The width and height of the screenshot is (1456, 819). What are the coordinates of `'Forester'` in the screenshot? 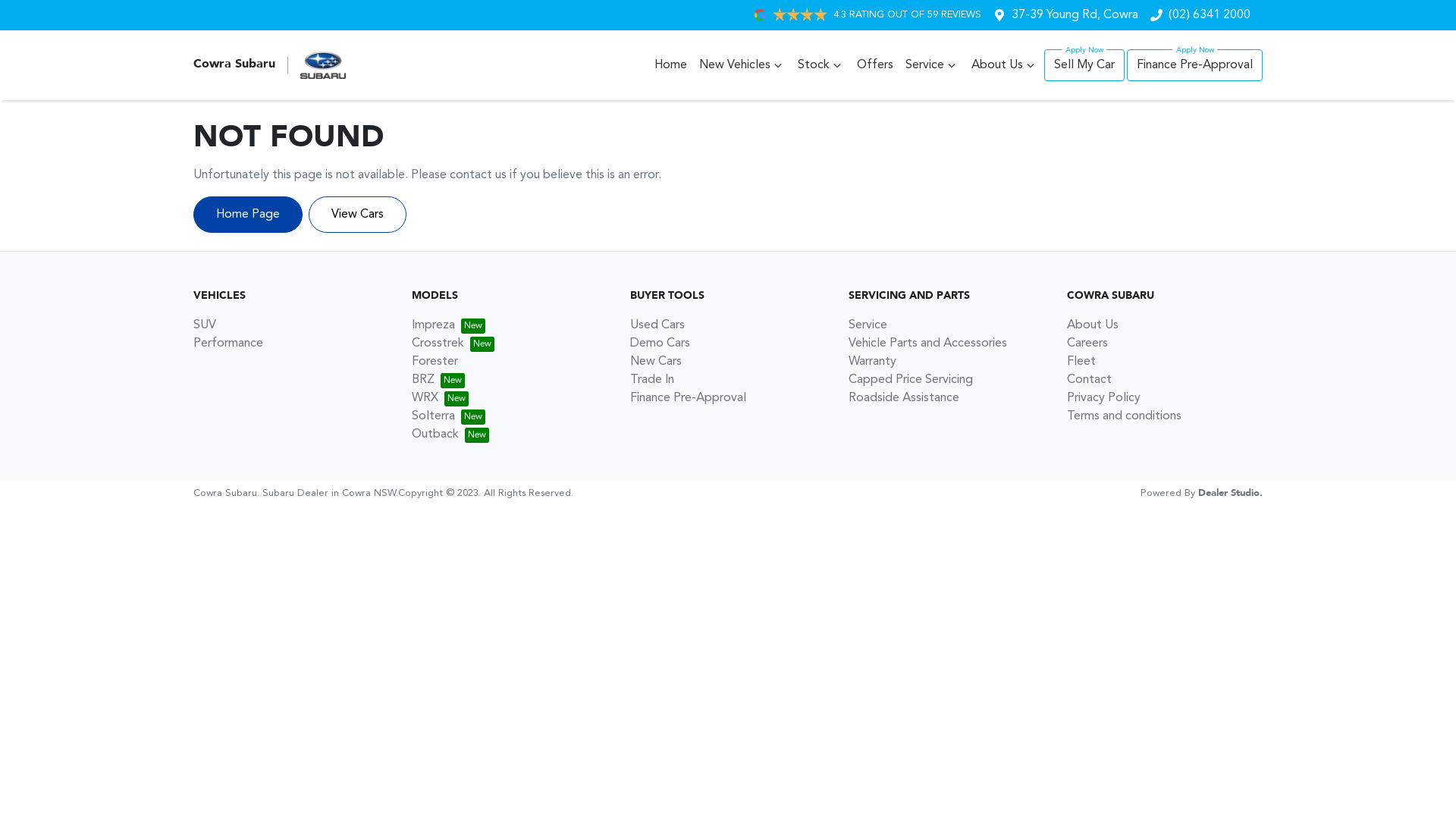 It's located at (434, 362).